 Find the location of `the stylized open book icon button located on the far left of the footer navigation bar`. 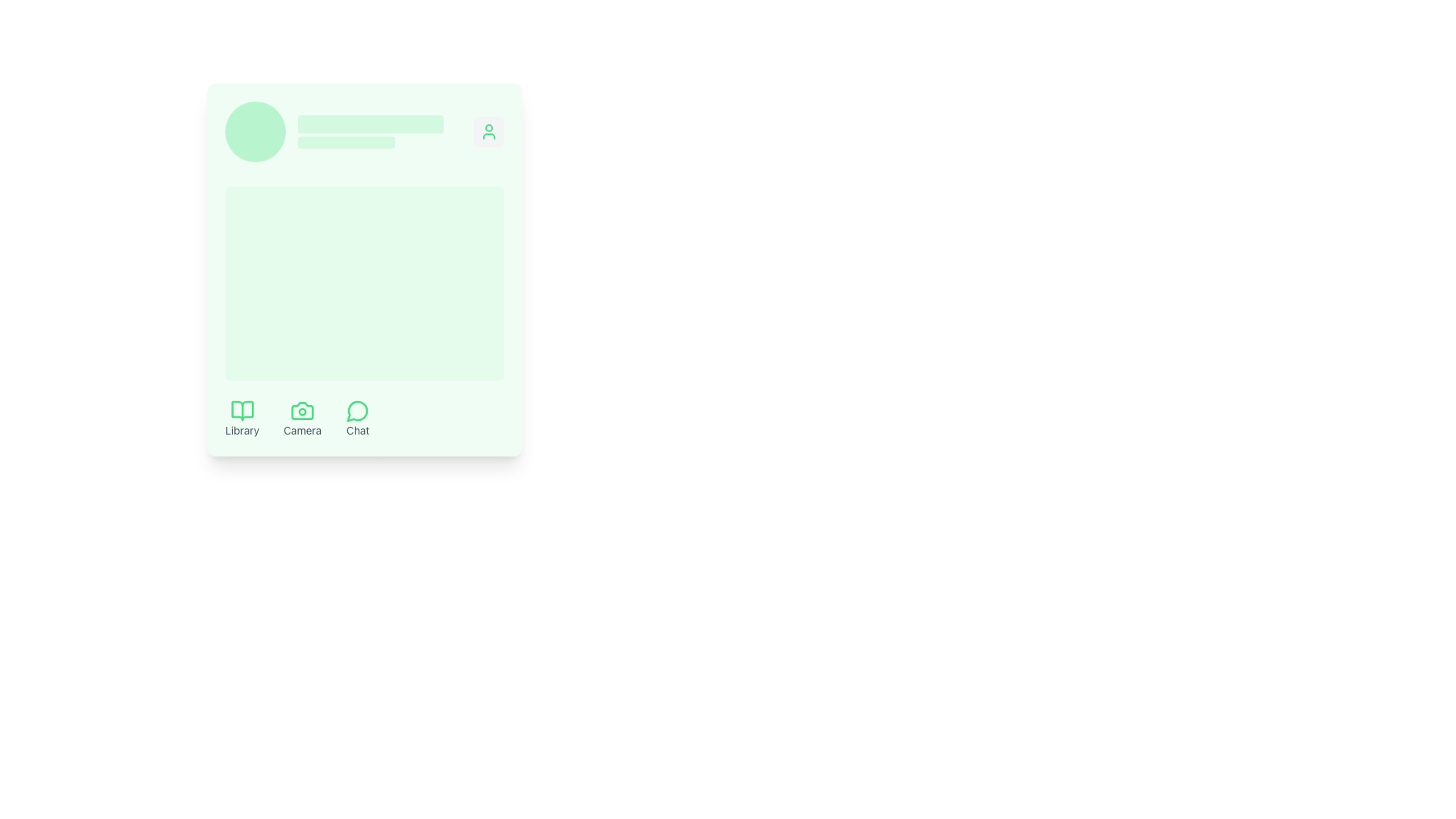

the stylized open book icon button located on the far left of the footer navigation bar is located at coordinates (241, 411).